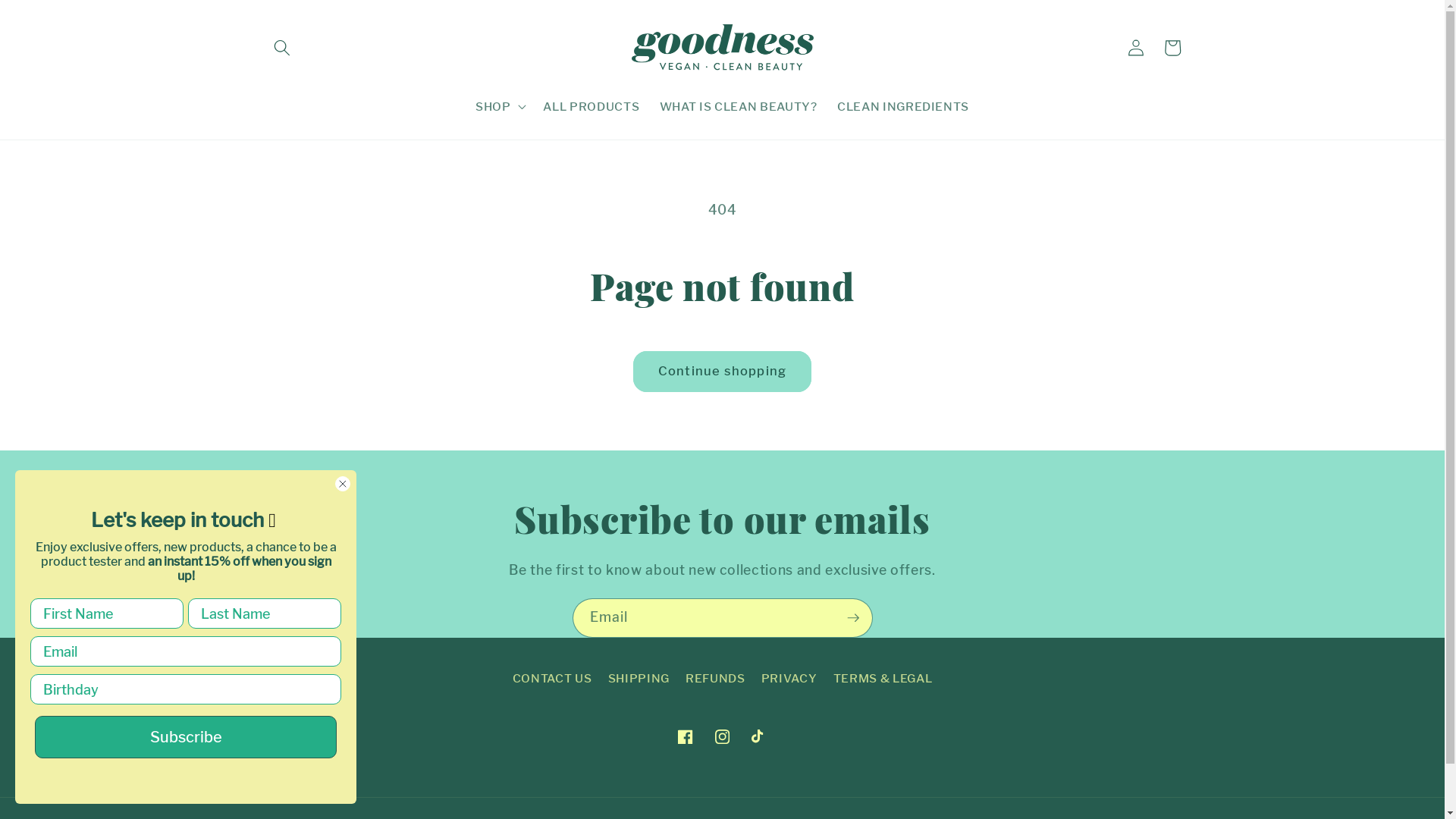 This screenshot has height=819, width=1456. Describe the element at coordinates (341, 483) in the screenshot. I see `'Close dialog 1'` at that location.